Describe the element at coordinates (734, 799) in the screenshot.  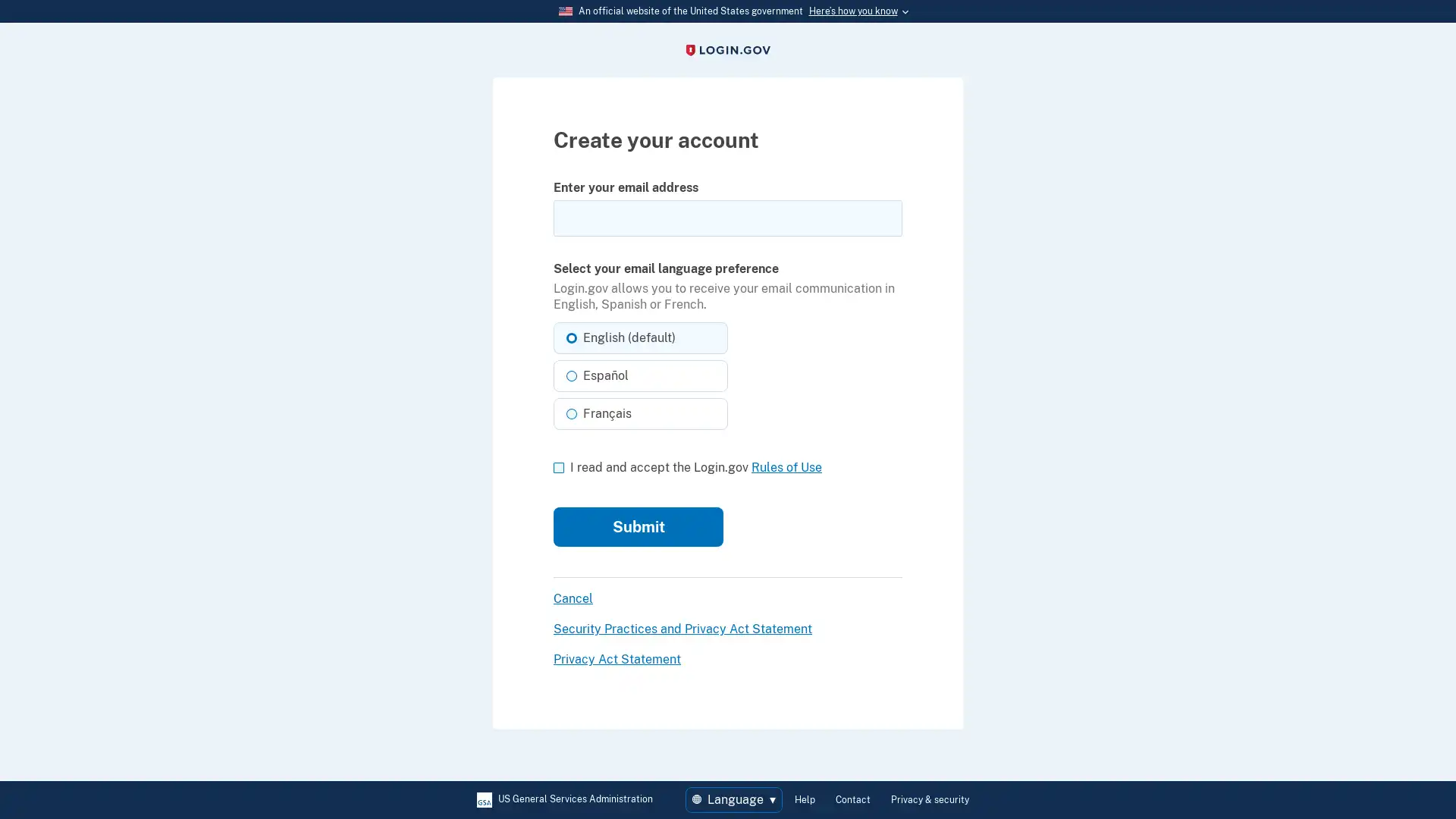
I see `Language` at that location.